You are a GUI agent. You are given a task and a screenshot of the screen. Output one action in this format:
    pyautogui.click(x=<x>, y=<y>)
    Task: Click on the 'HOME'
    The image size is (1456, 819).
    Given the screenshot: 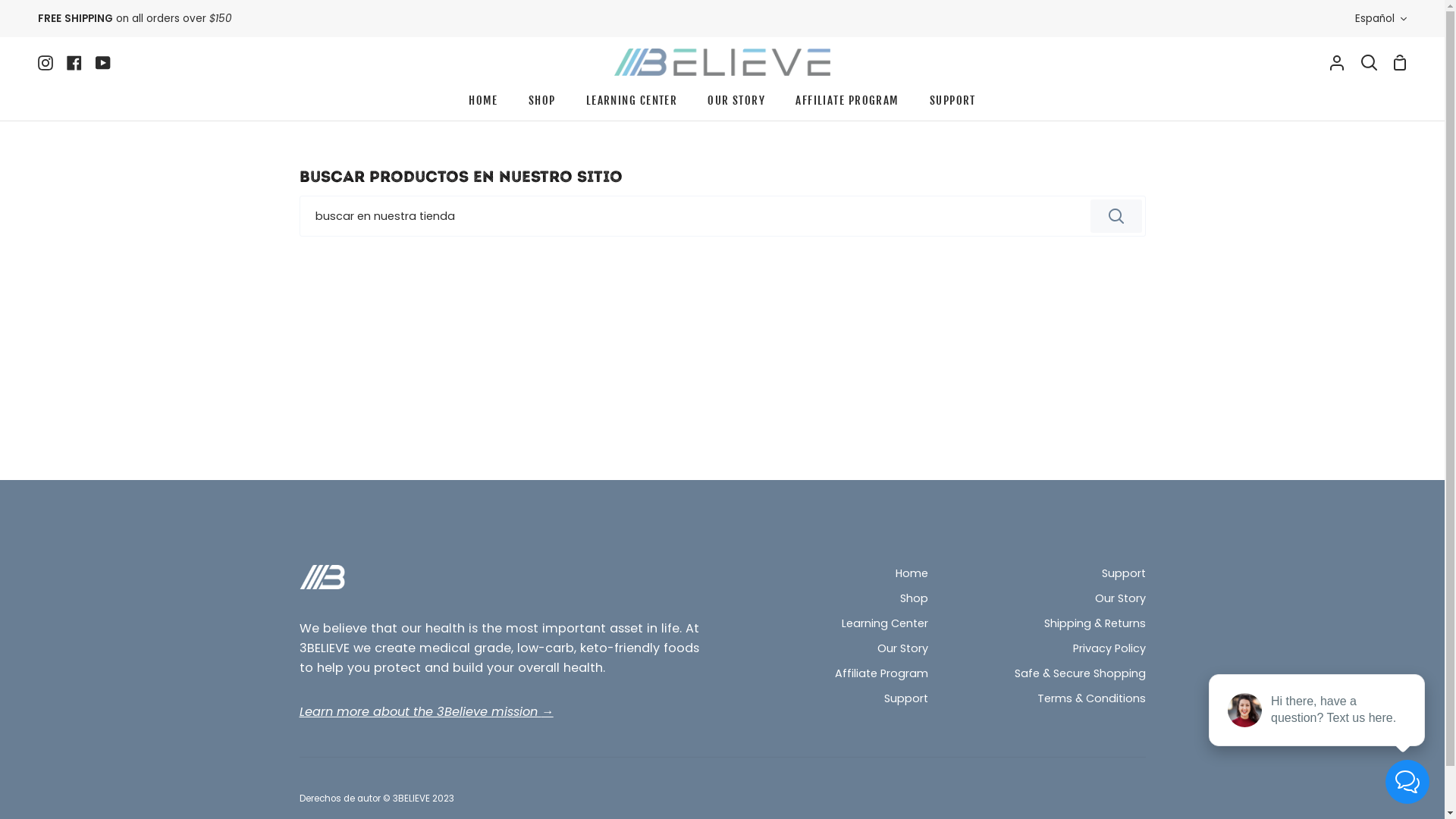 What is the action you would take?
    pyautogui.click(x=482, y=103)
    